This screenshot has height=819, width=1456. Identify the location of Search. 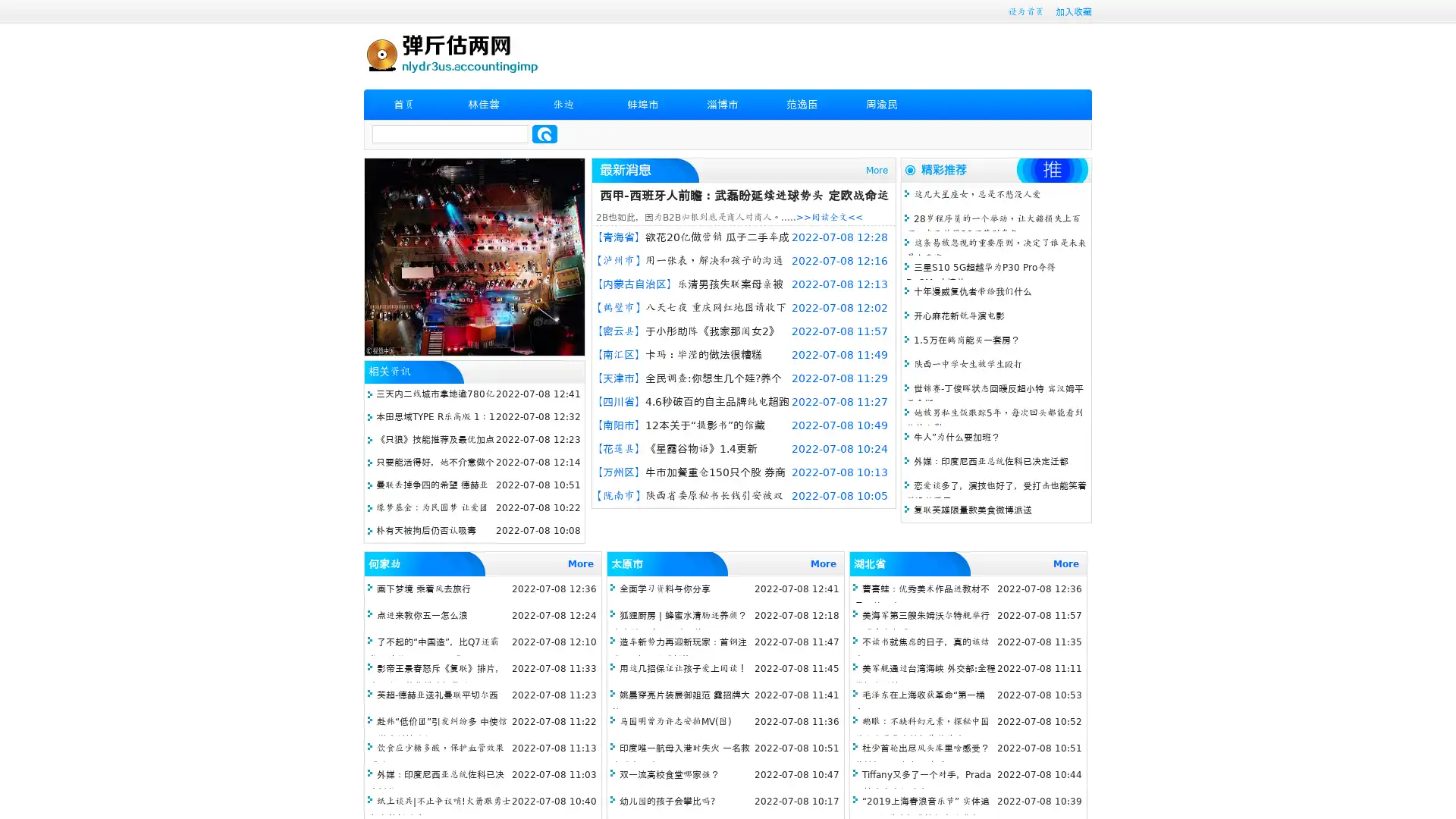
(544, 133).